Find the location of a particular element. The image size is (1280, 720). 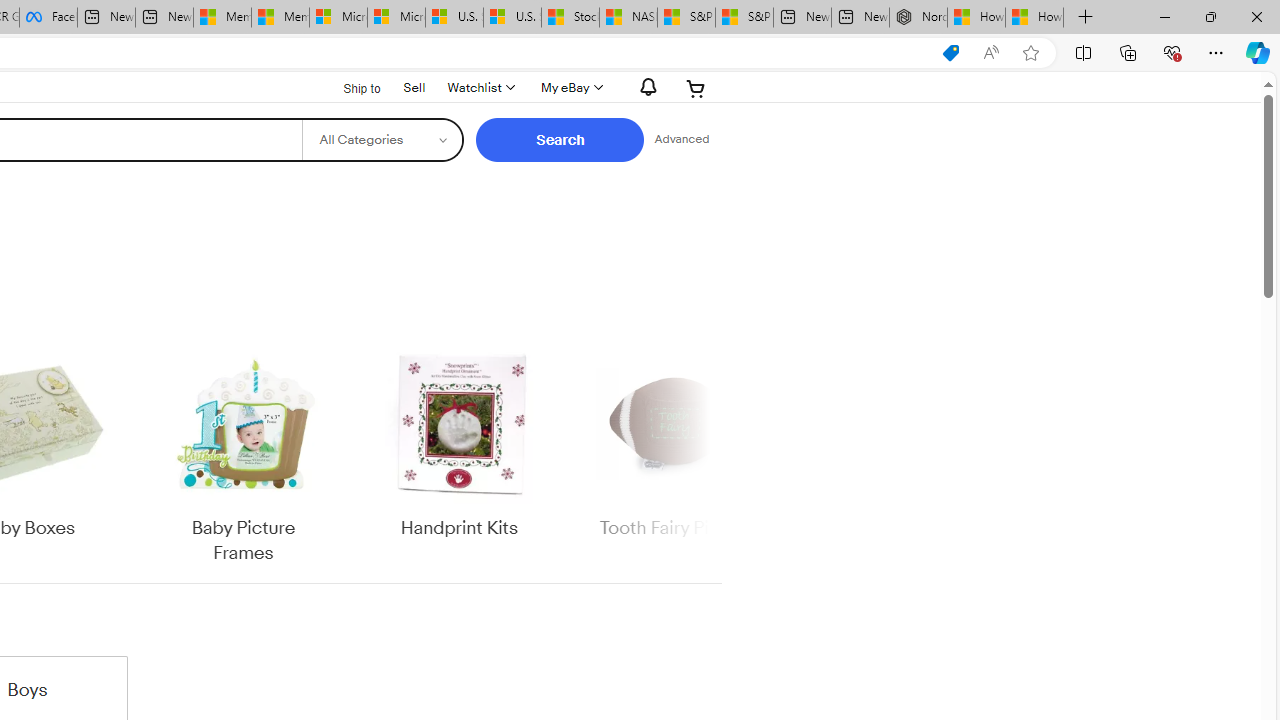

'Collections' is located at coordinates (1128, 51).